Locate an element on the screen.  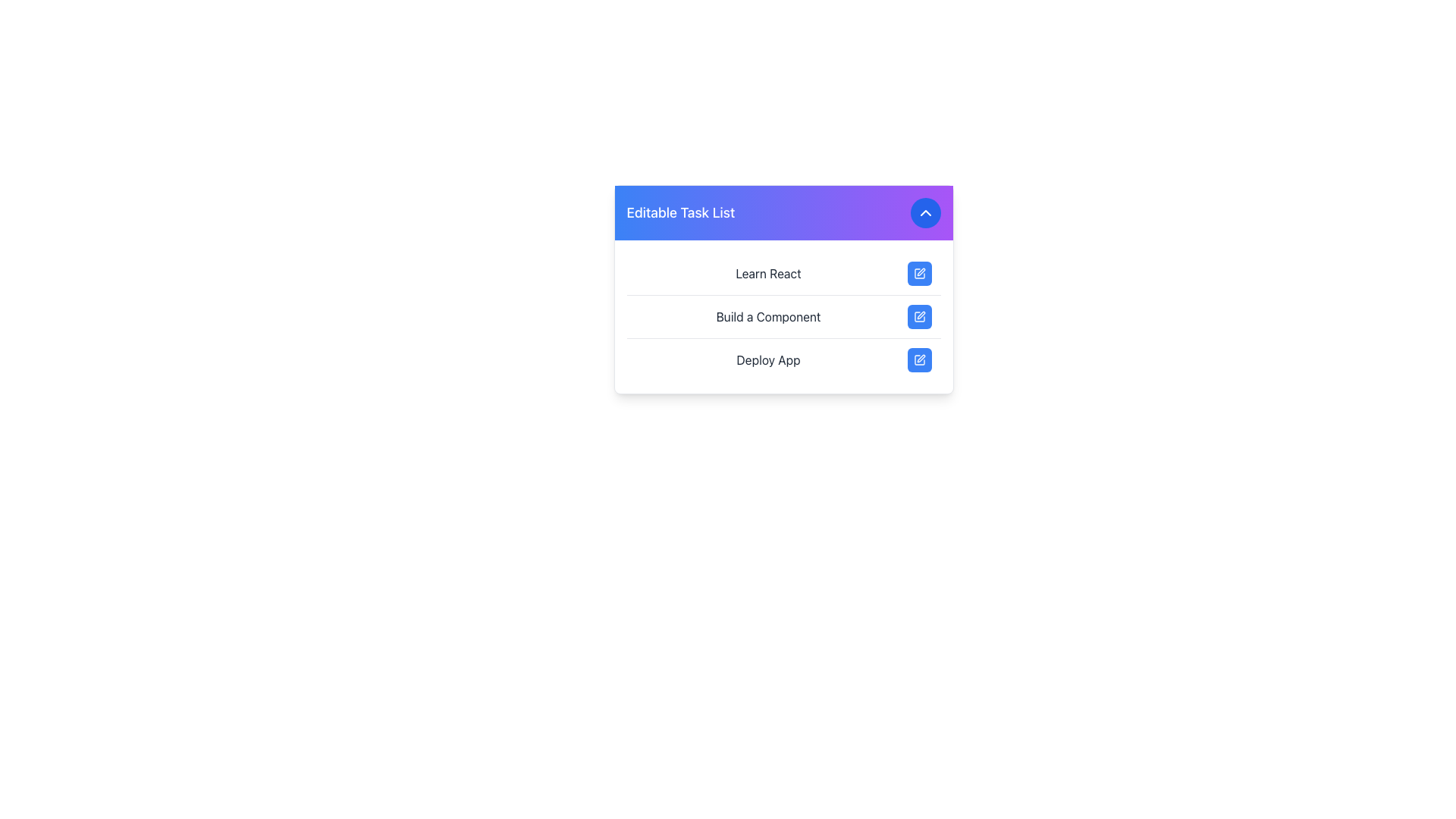
the static text element that displays 'Build a Component', which is the second item in a vertical list of tasks is located at coordinates (768, 315).